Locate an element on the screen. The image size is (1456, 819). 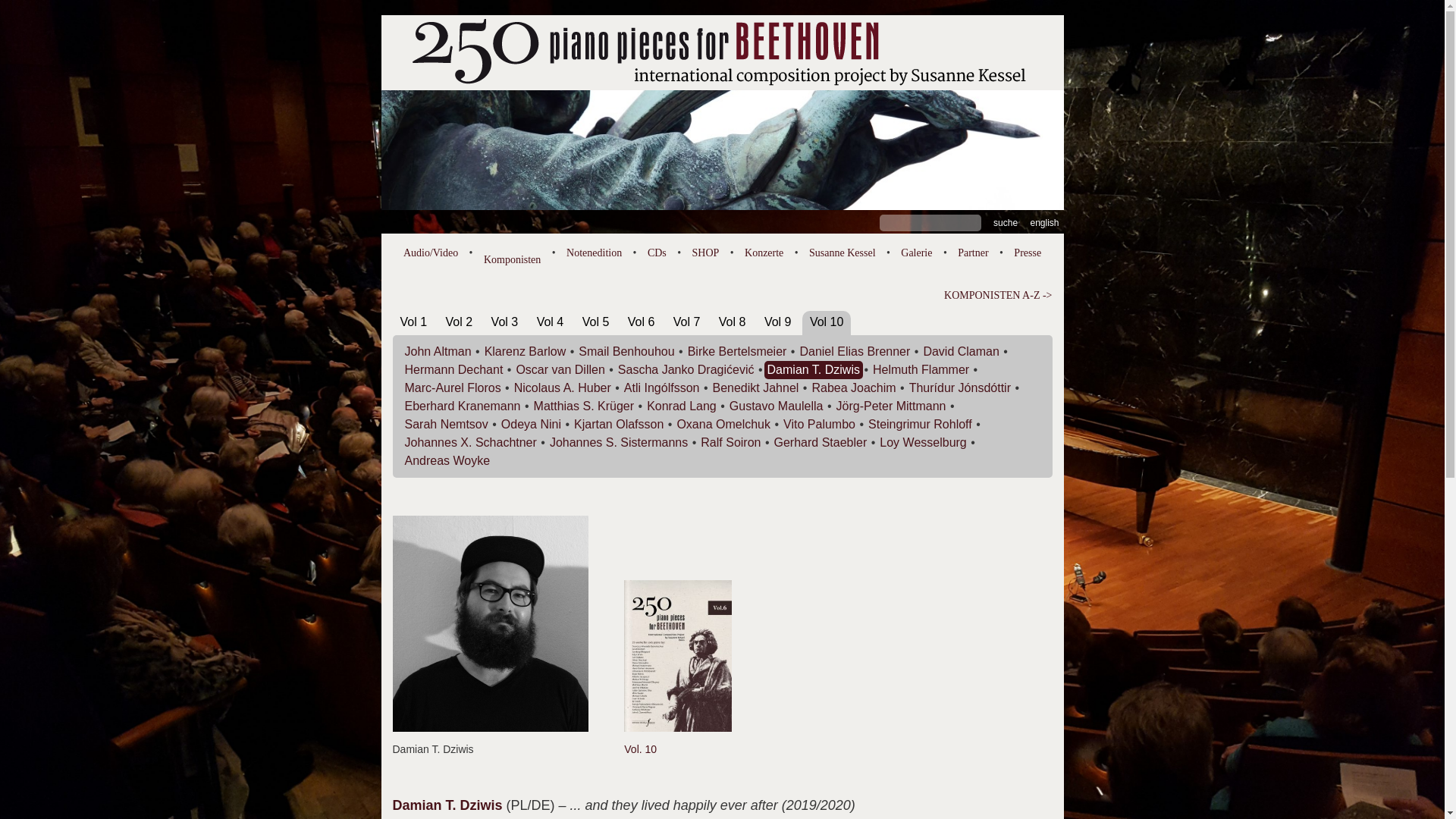
'CDs' is located at coordinates (657, 252).